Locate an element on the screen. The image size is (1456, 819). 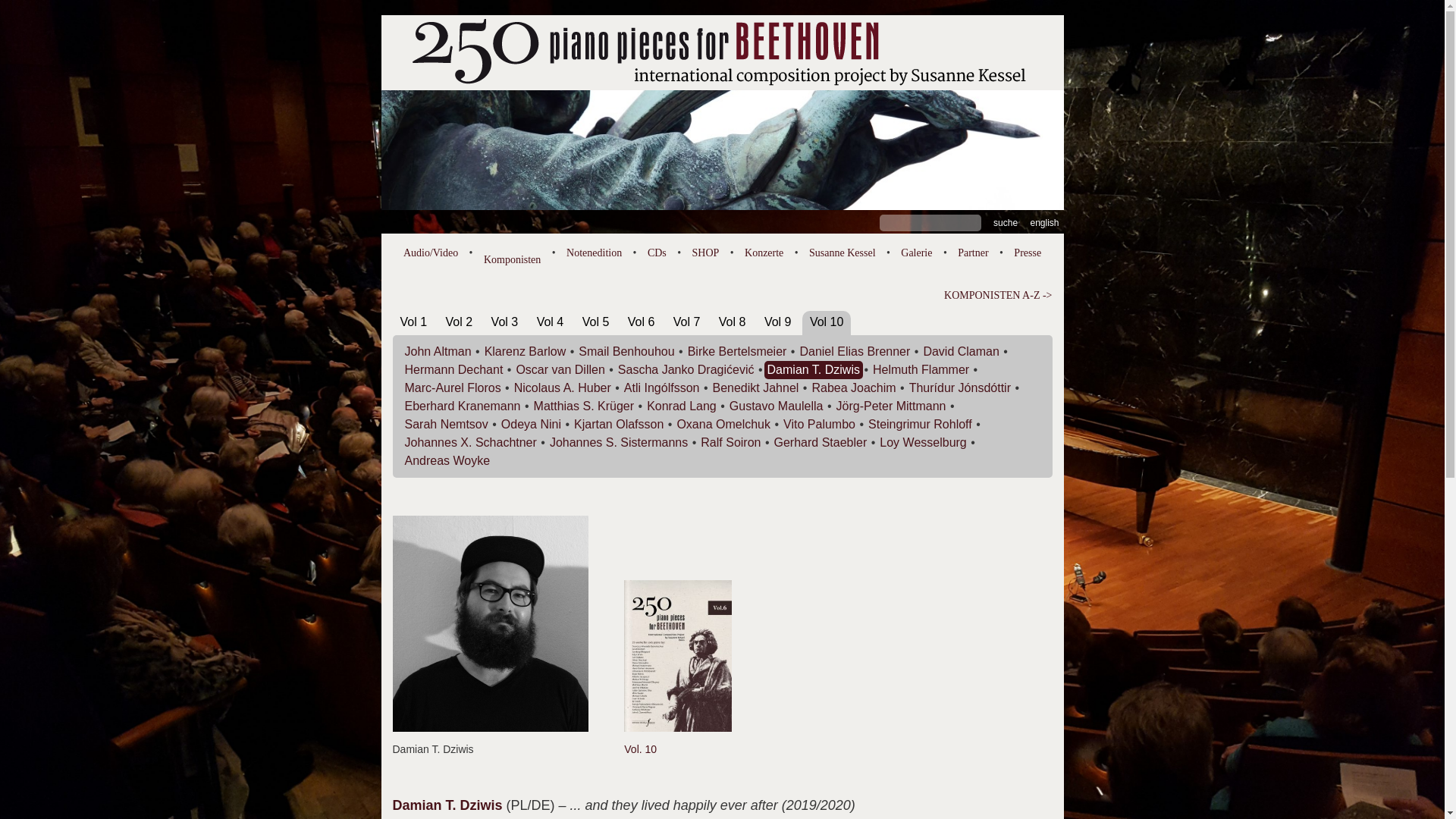
'CDs' is located at coordinates (657, 252).